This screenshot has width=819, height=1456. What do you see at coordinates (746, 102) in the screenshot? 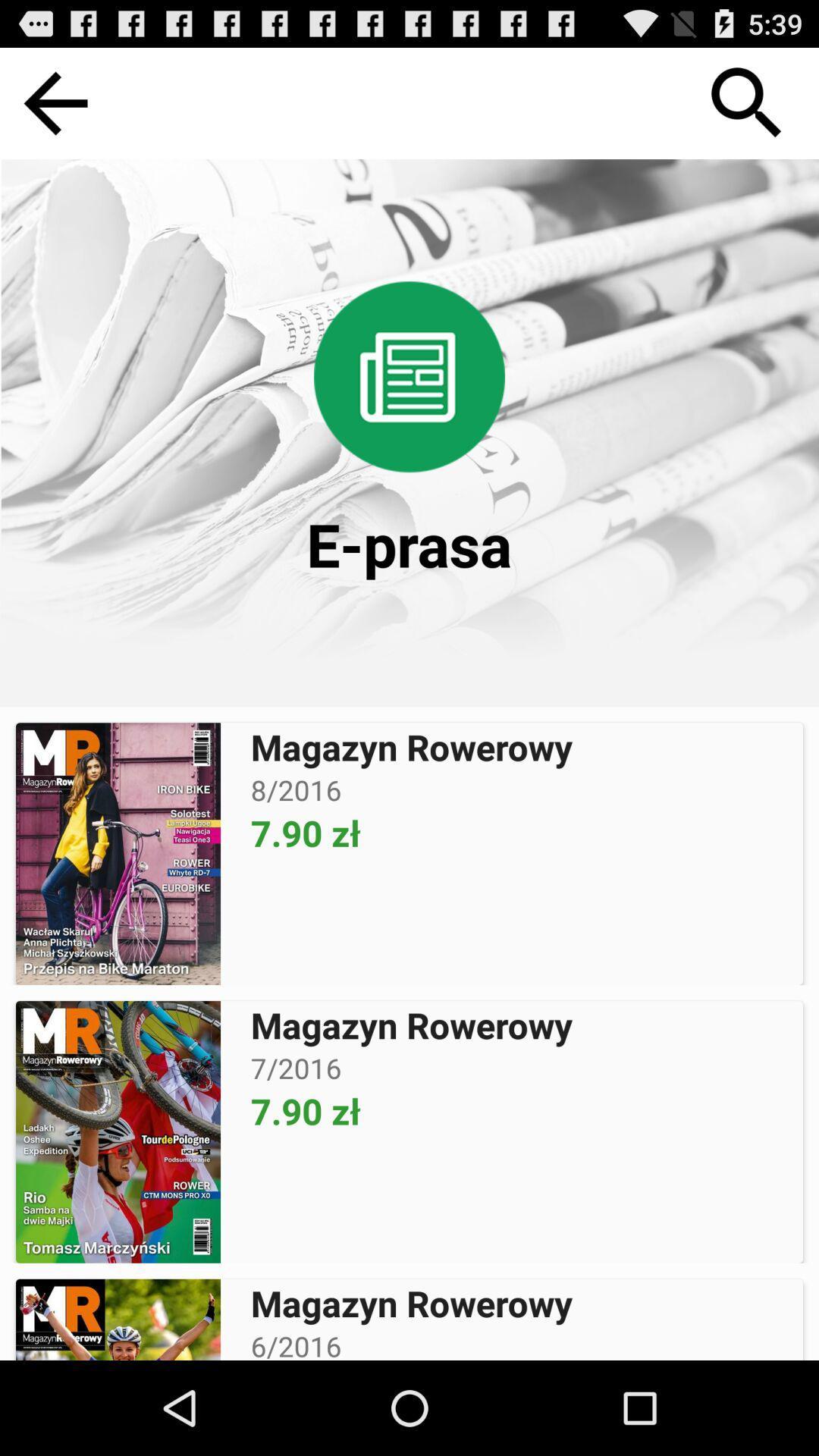
I see `icon at the top right corner` at bounding box center [746, 102].